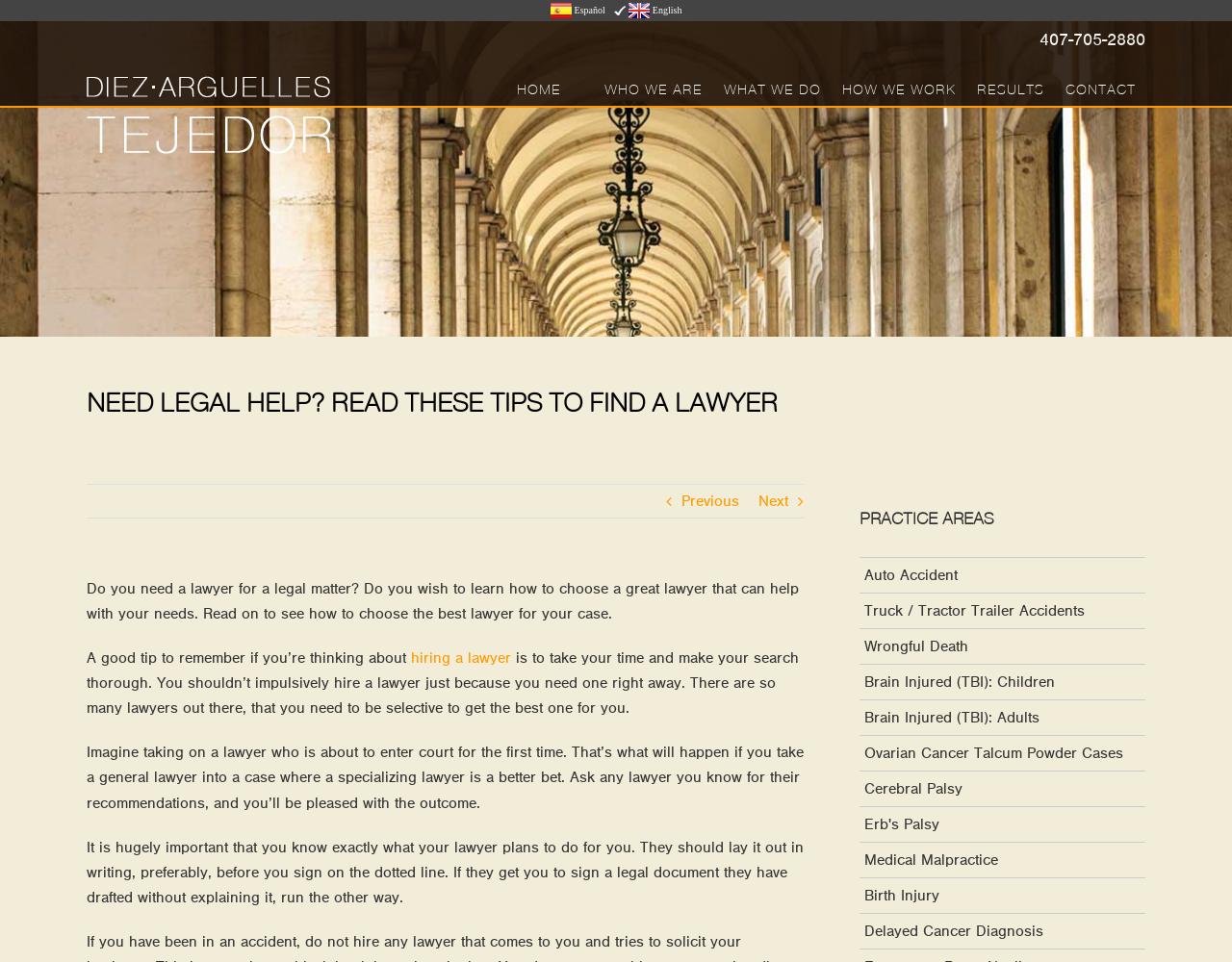 Image resolution: width=1232 pixels, height=962 pixels. What do you see at coordinates (510, 330) in the screenshot?
I see `'Cerebral Palsy Cases'` at bounding box center [510, 330].